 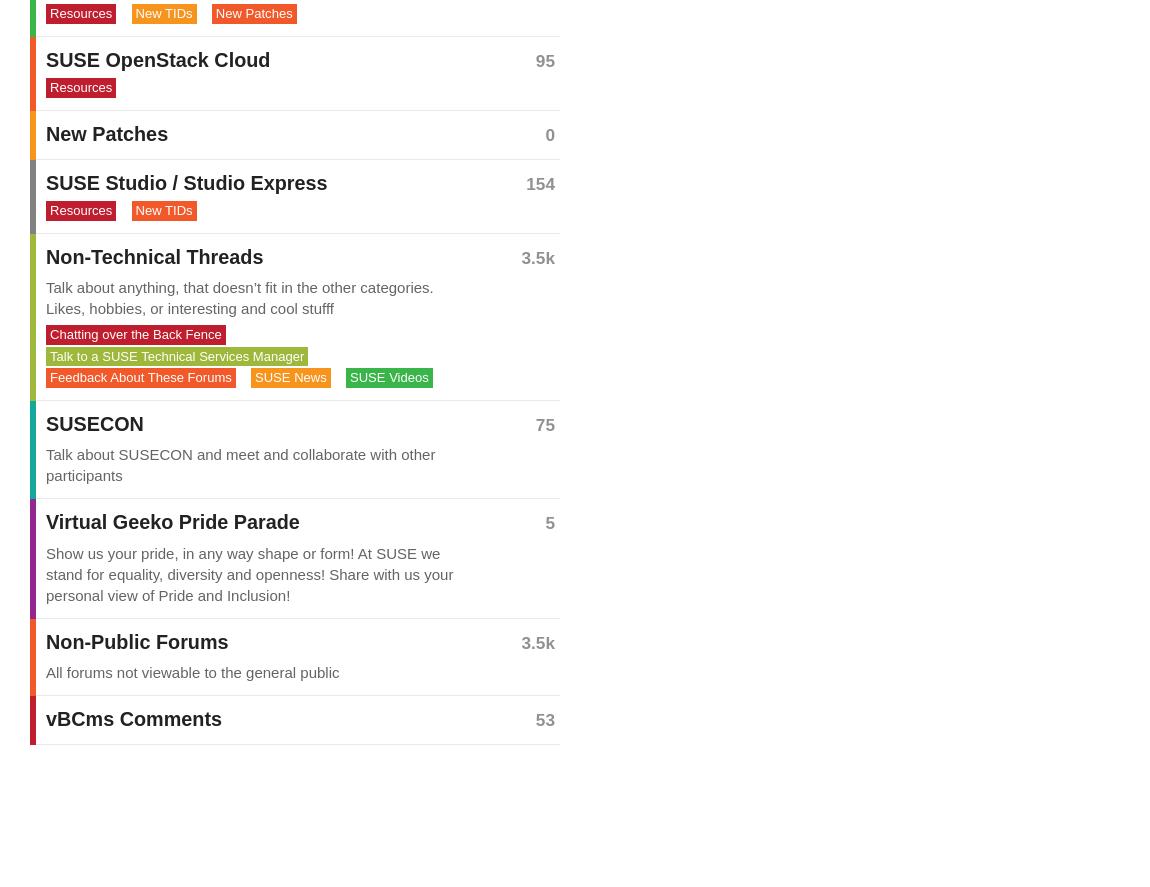 I want to click on '75', so click(x=534, y=424).